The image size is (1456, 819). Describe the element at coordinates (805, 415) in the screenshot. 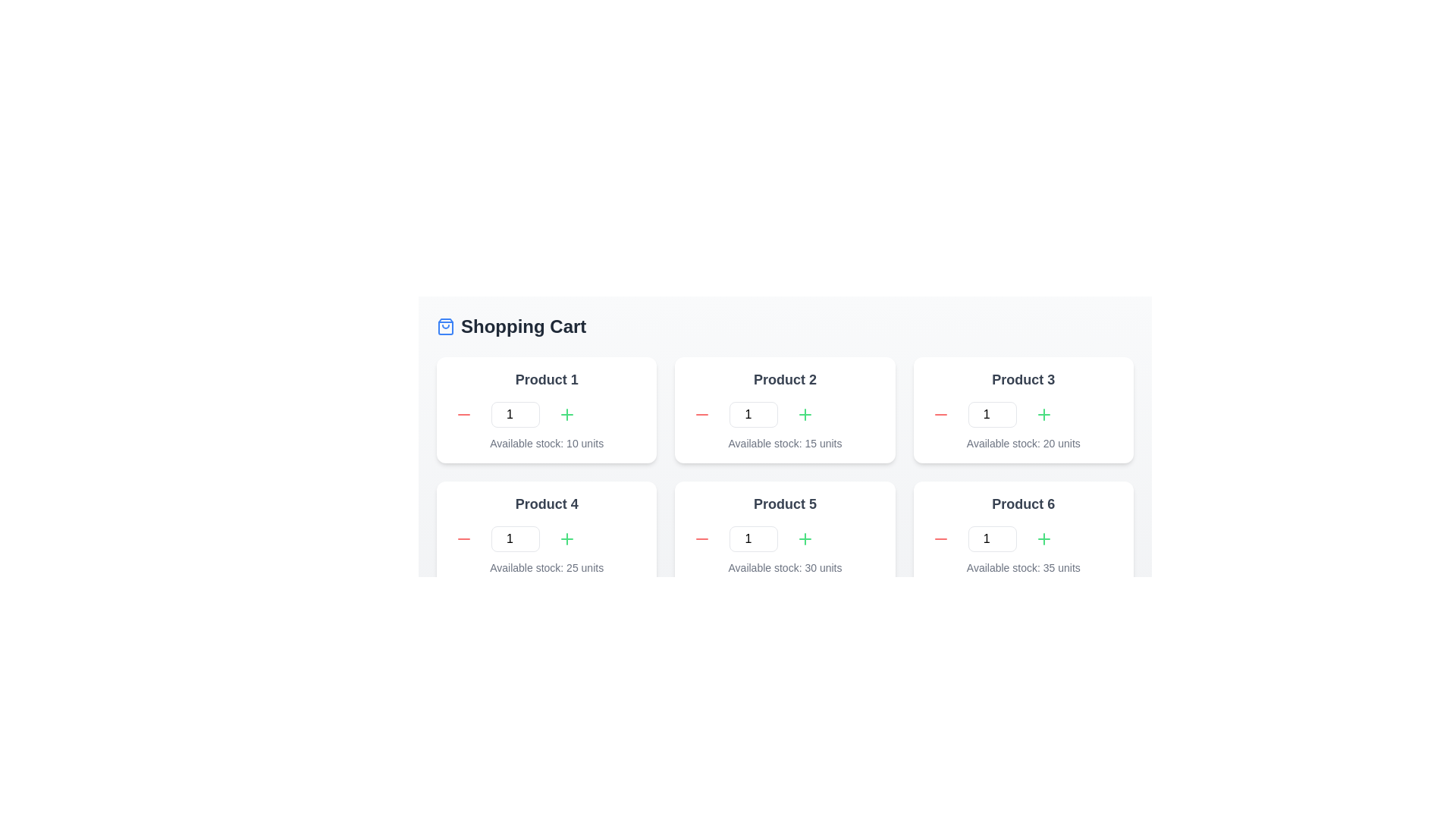

I see `the green plus icon button located on the right side of the quantity selector for 'Product 2' to increase the quantity` at that location.